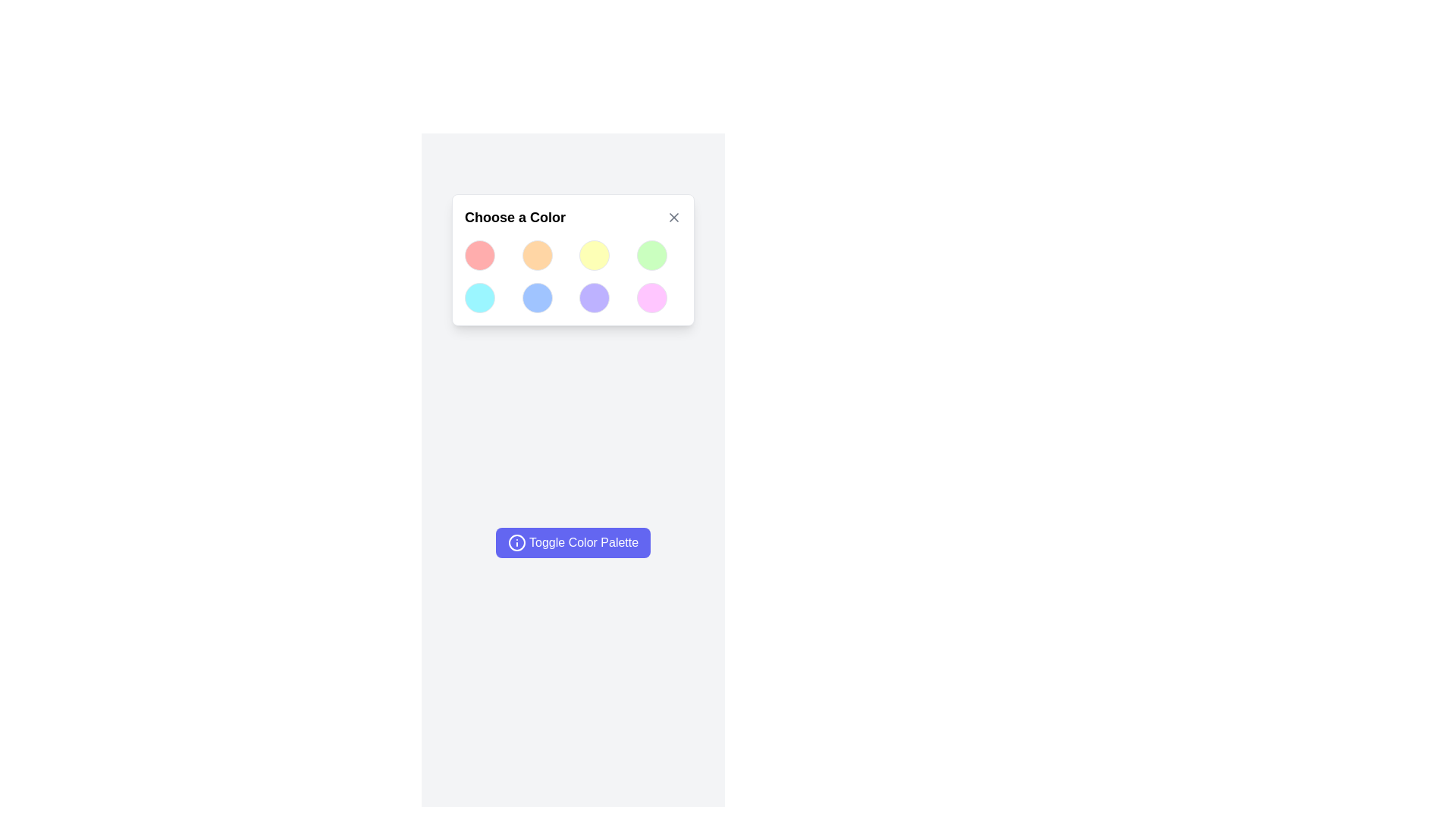 The width and height of the screenshot is (1456, 819). What do you see at coordinates (593, 254) in the screenshot?
I see `the selectable color option button, which is the third item in the first row of a grid layout of circles` at bounding box center [593, 254].